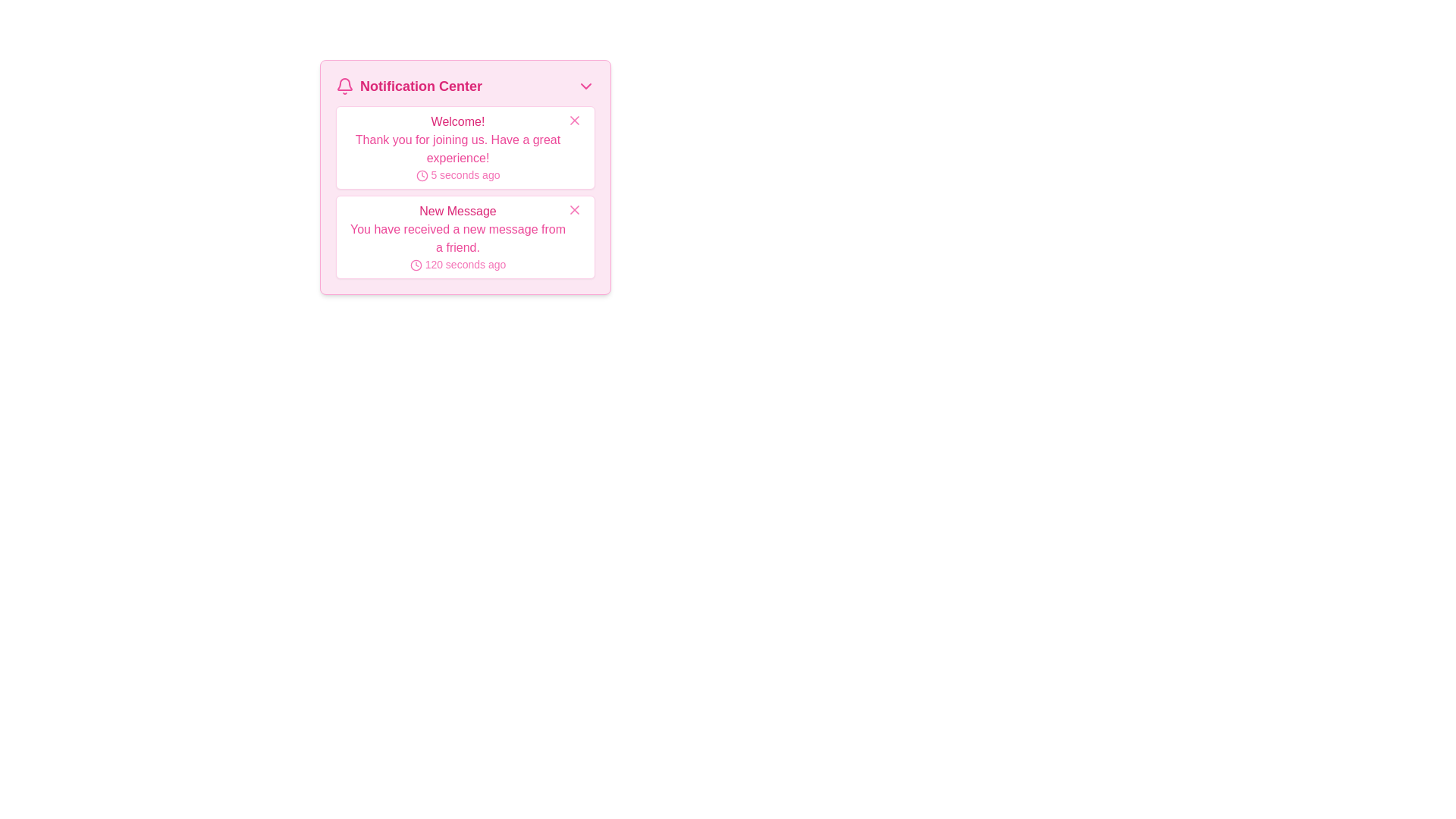  What do you see at coordinates (457, 148) in the screenshot?
I see `the upper notification card in the notification center` at bounding box center [457, 148].